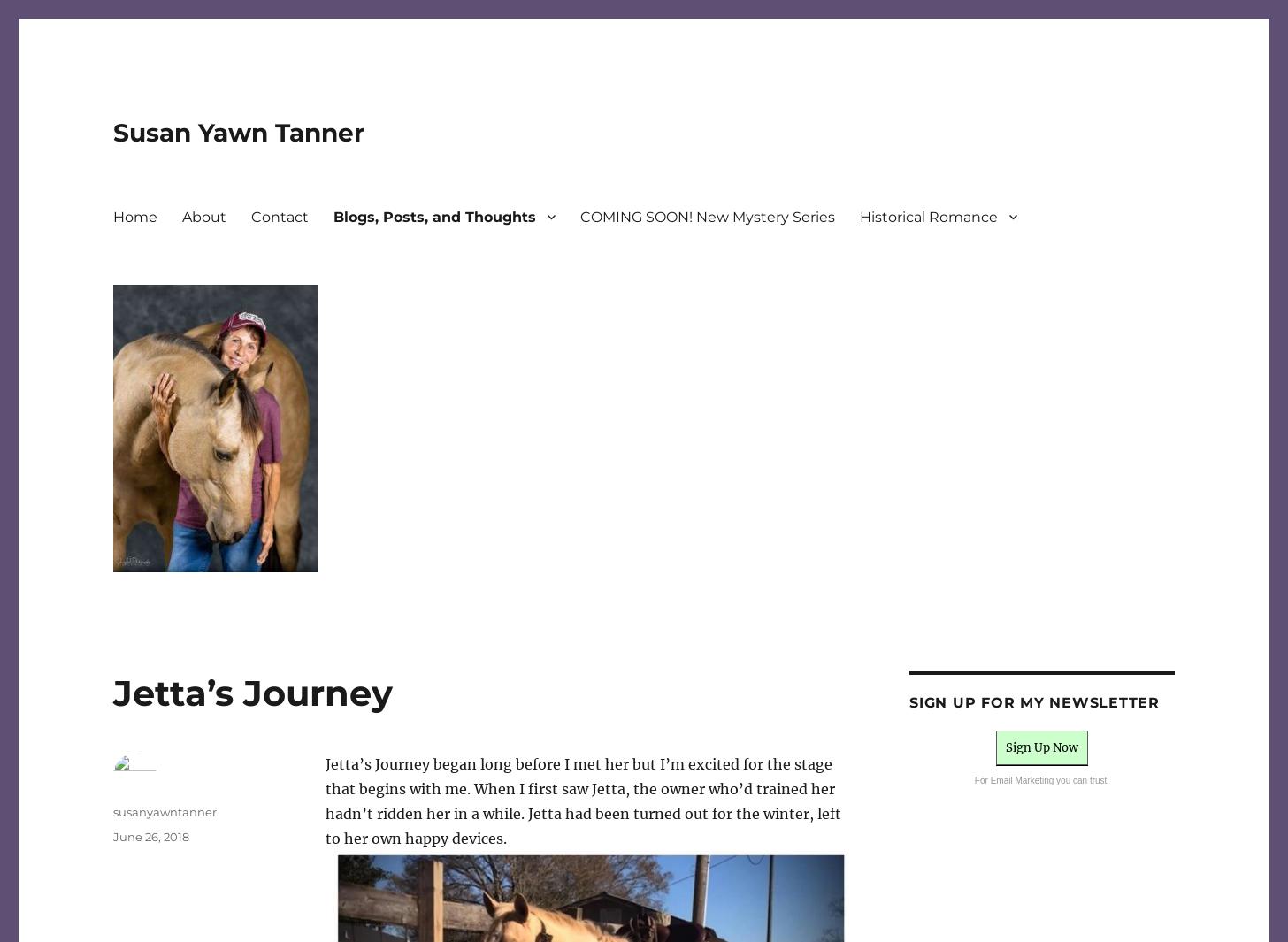 The image size is (1288, 942). Describe the element at coordinates (1034, 702) in the screenshot. I see `'Sign up for my newsletter'` at that location.